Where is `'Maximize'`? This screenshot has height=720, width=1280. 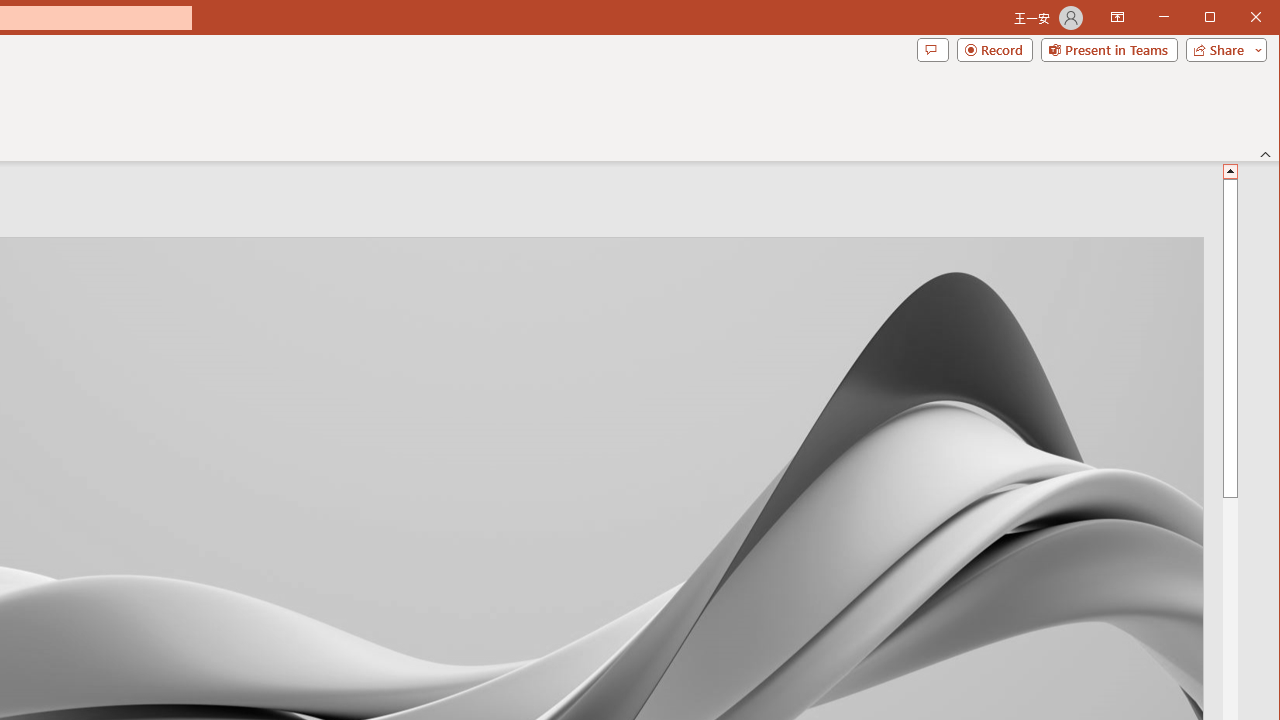
'Maximize' is located at coordinates (1238, 19).